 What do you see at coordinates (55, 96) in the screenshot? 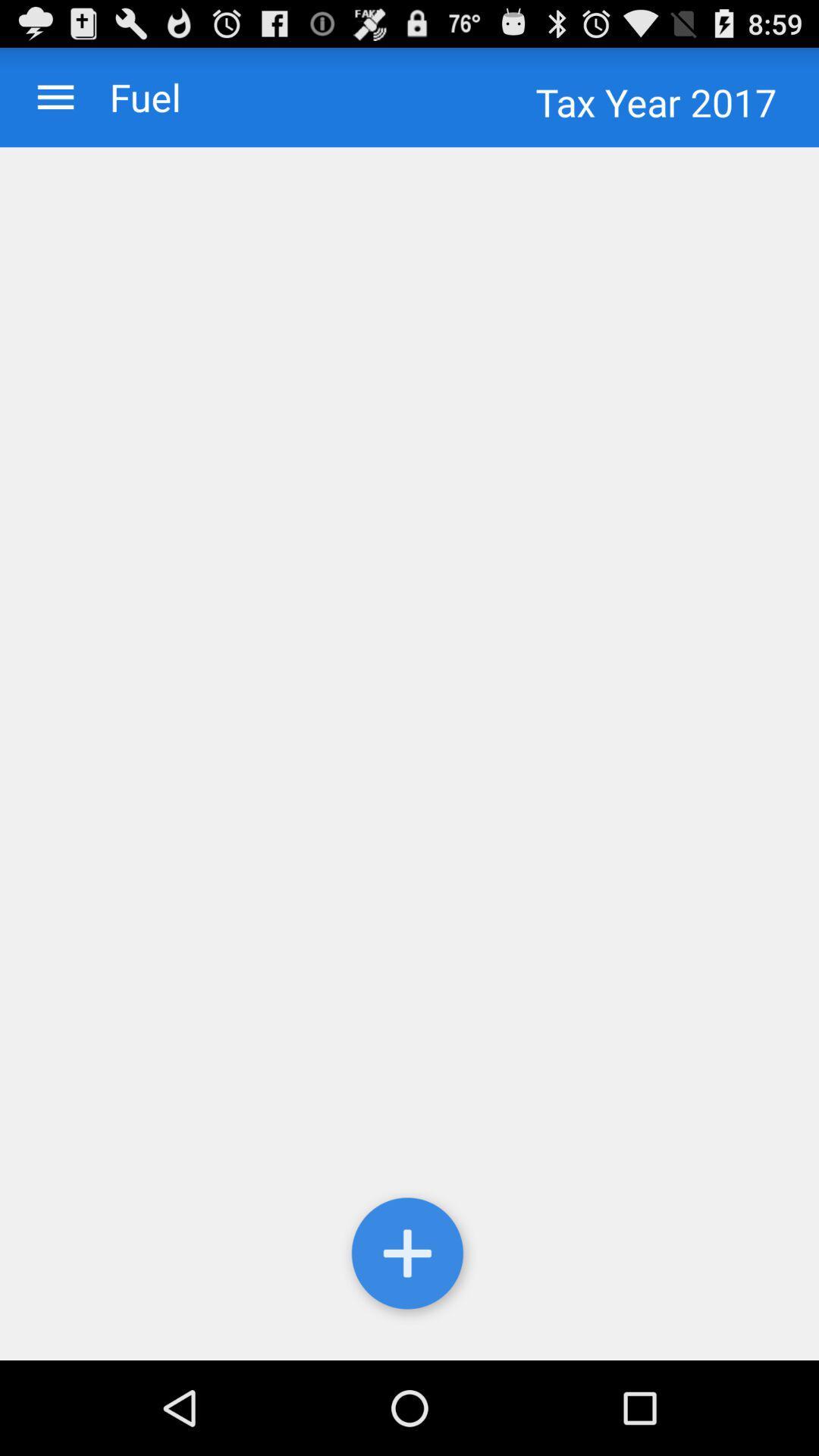
I see `open side men` at bounding box center [55, 96].